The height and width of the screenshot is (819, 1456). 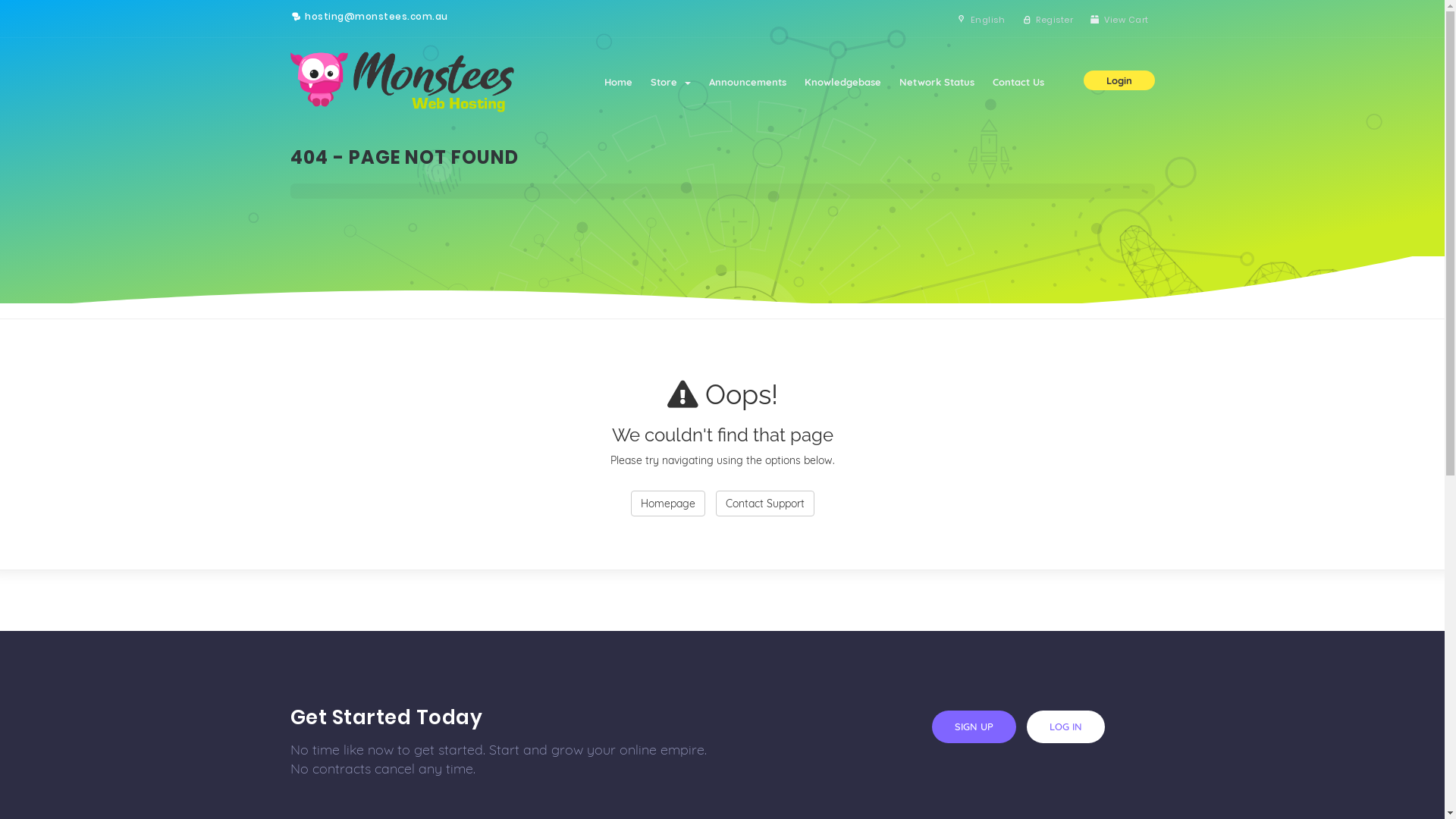 I want to click on 'LOG IN', so click(x=1065, y=726).